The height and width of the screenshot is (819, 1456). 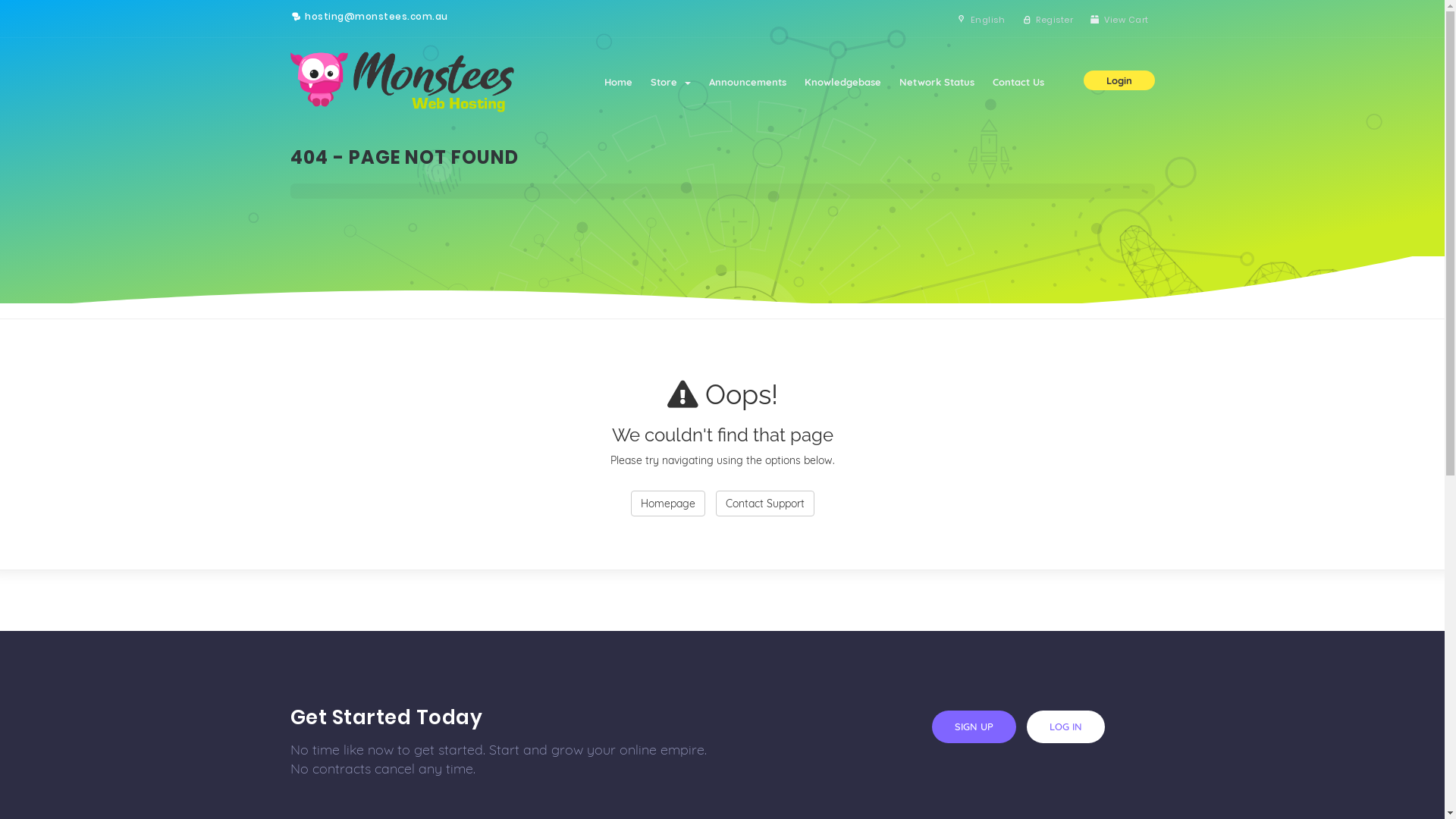 I want to click on 'LOG IN', so click(x=1065, y=726).